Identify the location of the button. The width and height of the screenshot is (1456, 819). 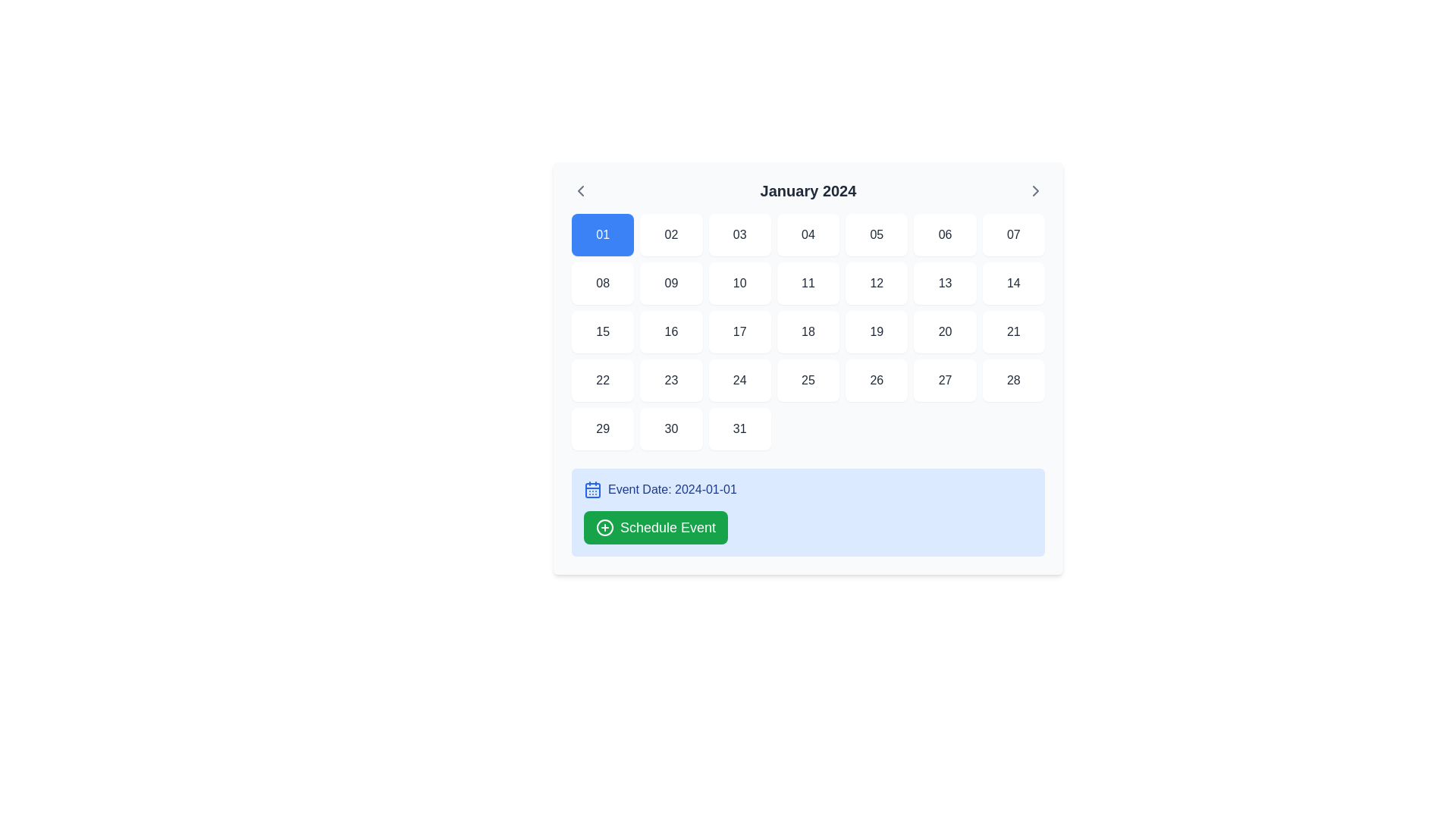
(602, 429).